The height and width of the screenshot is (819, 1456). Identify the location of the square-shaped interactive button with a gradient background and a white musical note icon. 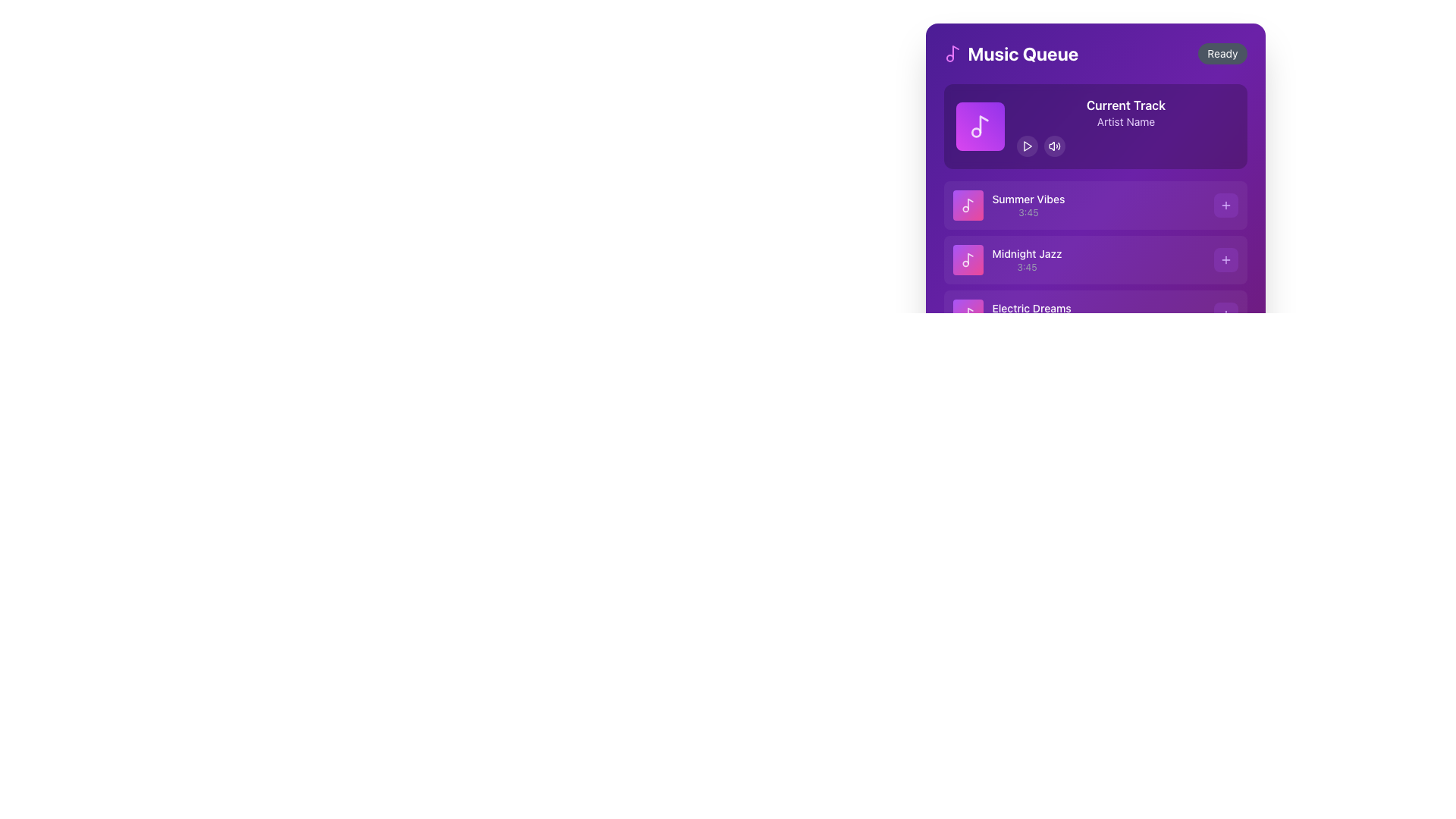
(980, 125).